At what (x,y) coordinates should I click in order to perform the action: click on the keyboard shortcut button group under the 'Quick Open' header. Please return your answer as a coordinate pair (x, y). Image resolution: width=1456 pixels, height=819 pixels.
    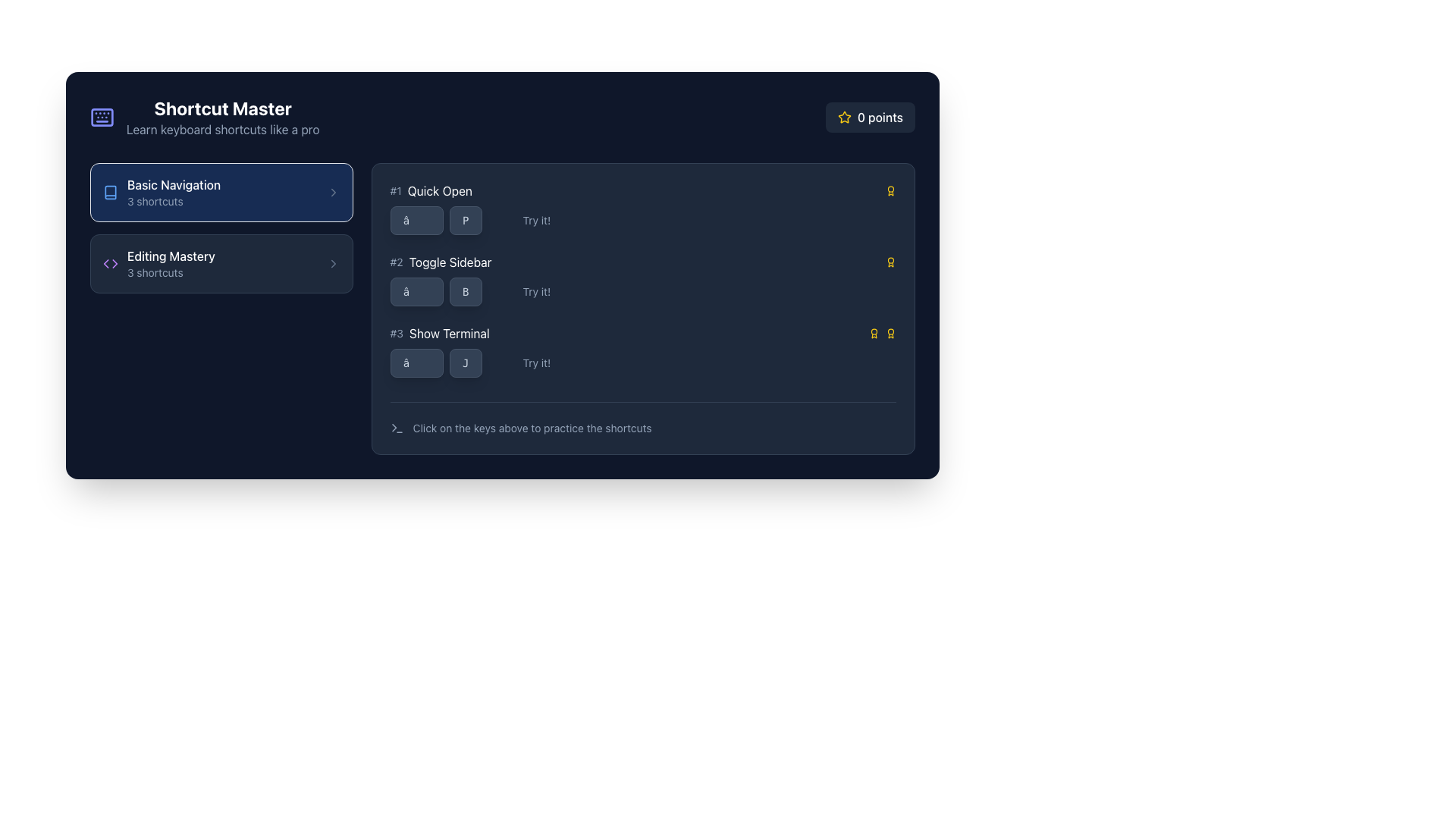
    Looking at the image, I should click on (435, 220).